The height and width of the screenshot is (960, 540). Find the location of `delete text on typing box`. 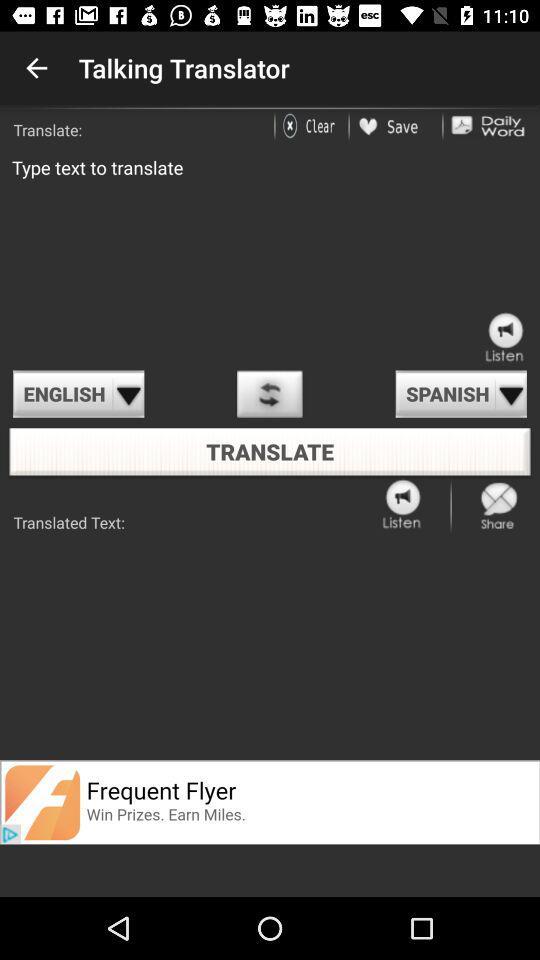

delete text on typing box is located at coordinates (312, 125).